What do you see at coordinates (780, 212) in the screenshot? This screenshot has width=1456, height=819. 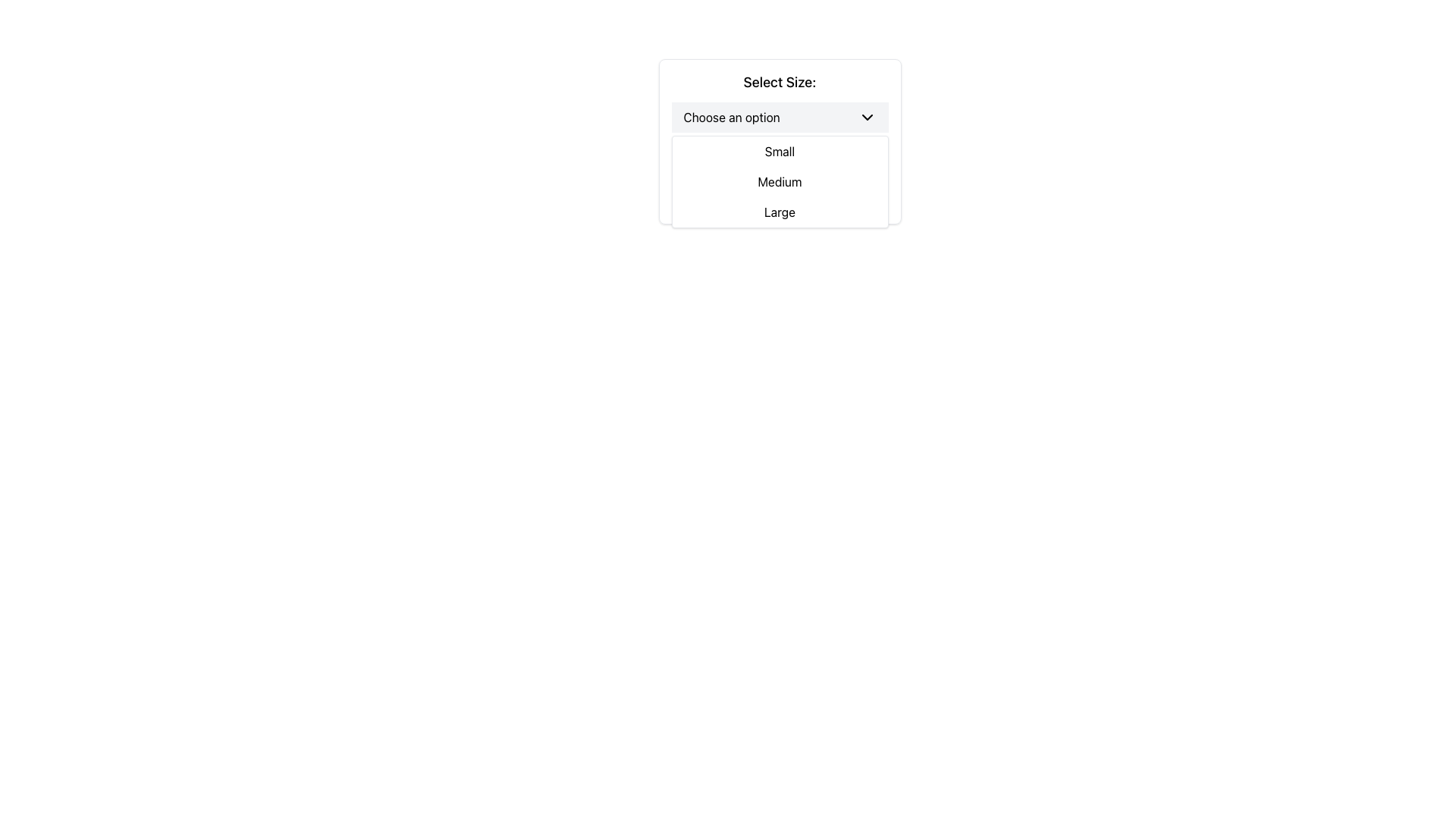 I see `to select the 'Large' text option in the dropdown menu, which is the last item in the list styled with padding and changes background color on hover` at bounding box center [780, 212].